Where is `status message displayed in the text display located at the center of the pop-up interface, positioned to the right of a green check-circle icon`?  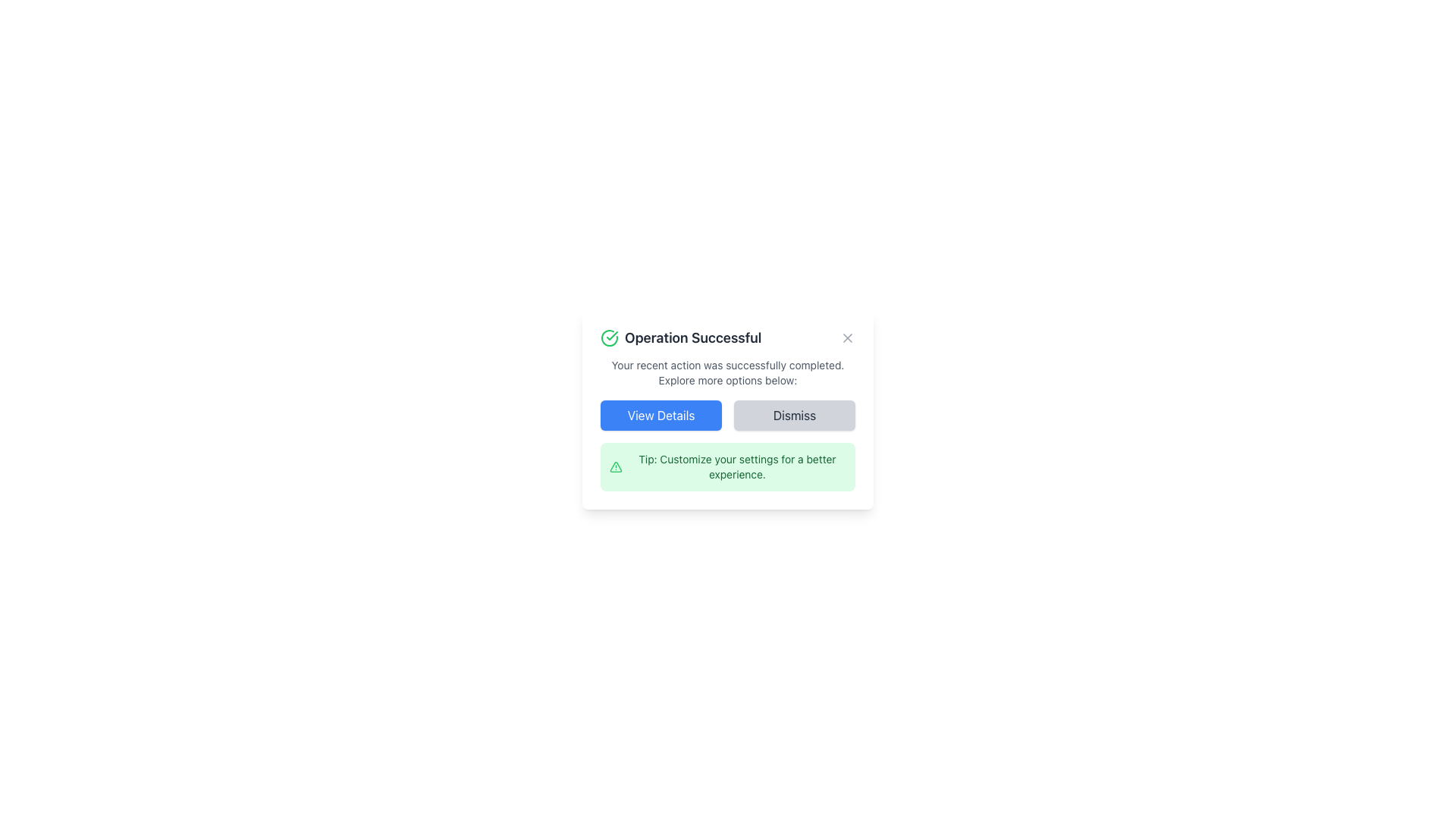 status message displayed in the text display located at the center of the pop-up interface, positioned to the right of a green check-circle icon is located at coordinates (692, 337).